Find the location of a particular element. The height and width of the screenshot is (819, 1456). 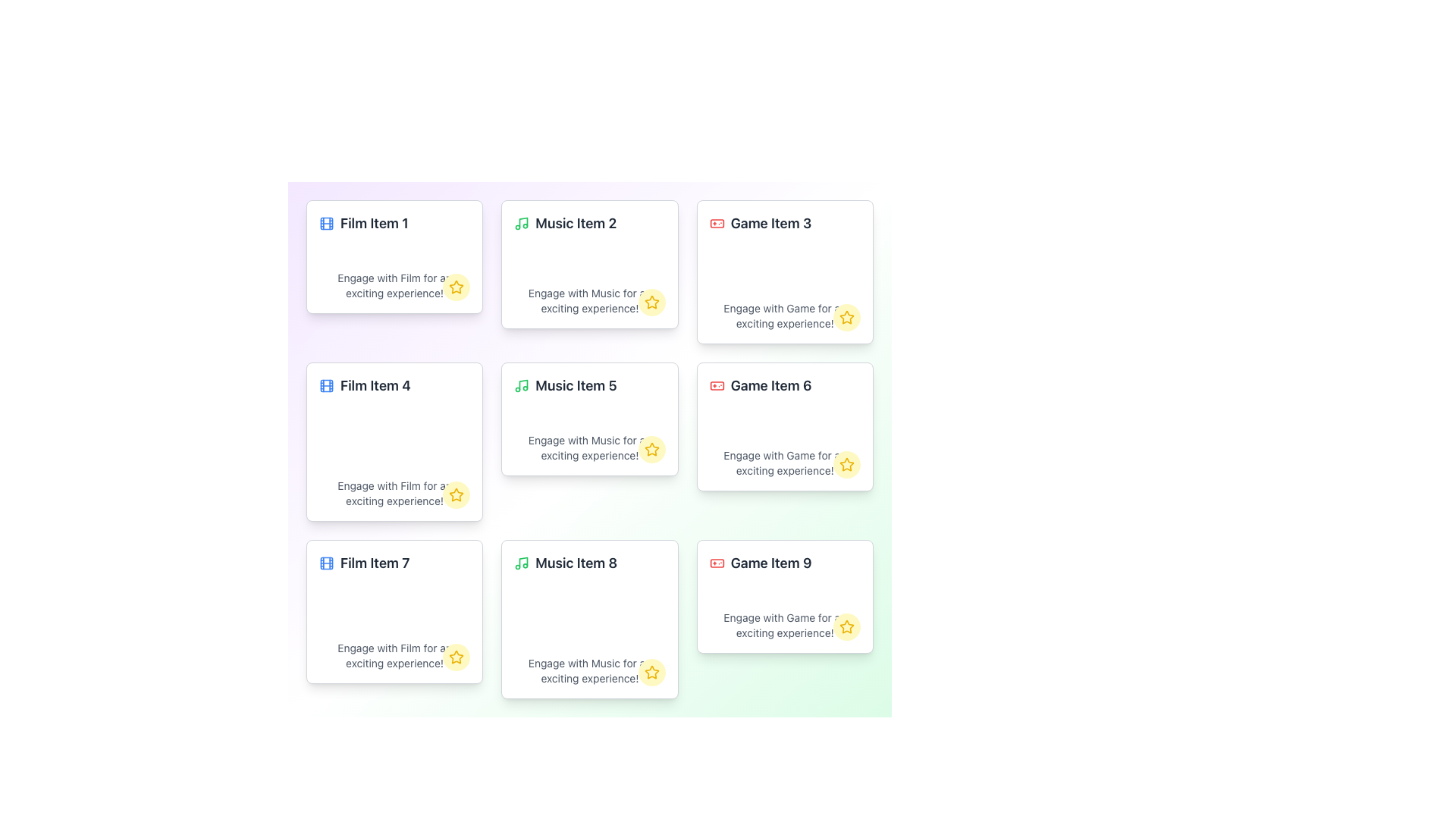

the descriptive text located within the card labeled 'Music Item 8', positioned at the bottom of the card, which provides engaging information about the item is located at coordinates (588, 670).